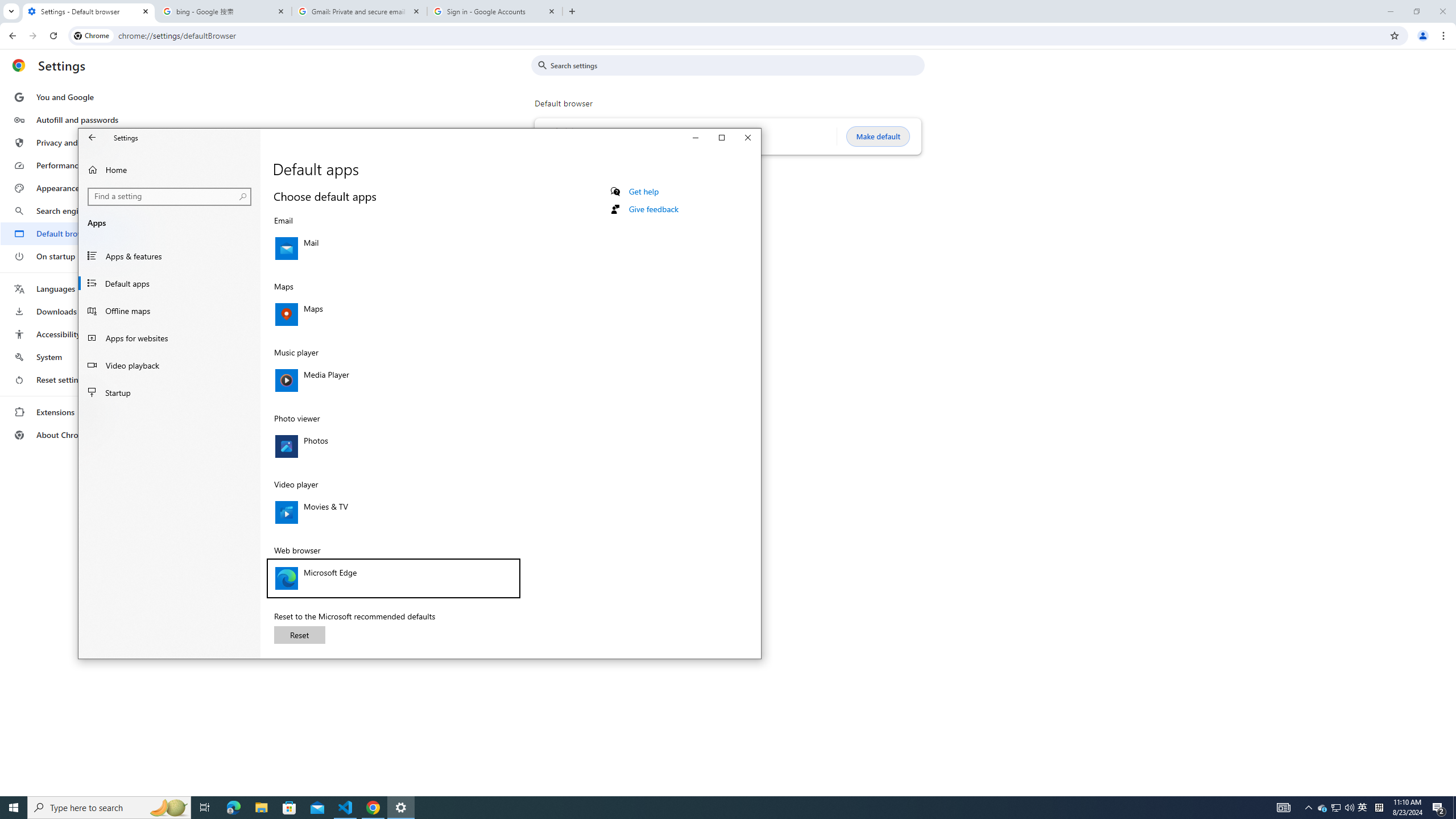 The image size is (1456, 819). What do you see at coordinates (1363, 806) in the screenshot?
I see `'User Promoted Notification Area'` at bounding box center [1363, 806].